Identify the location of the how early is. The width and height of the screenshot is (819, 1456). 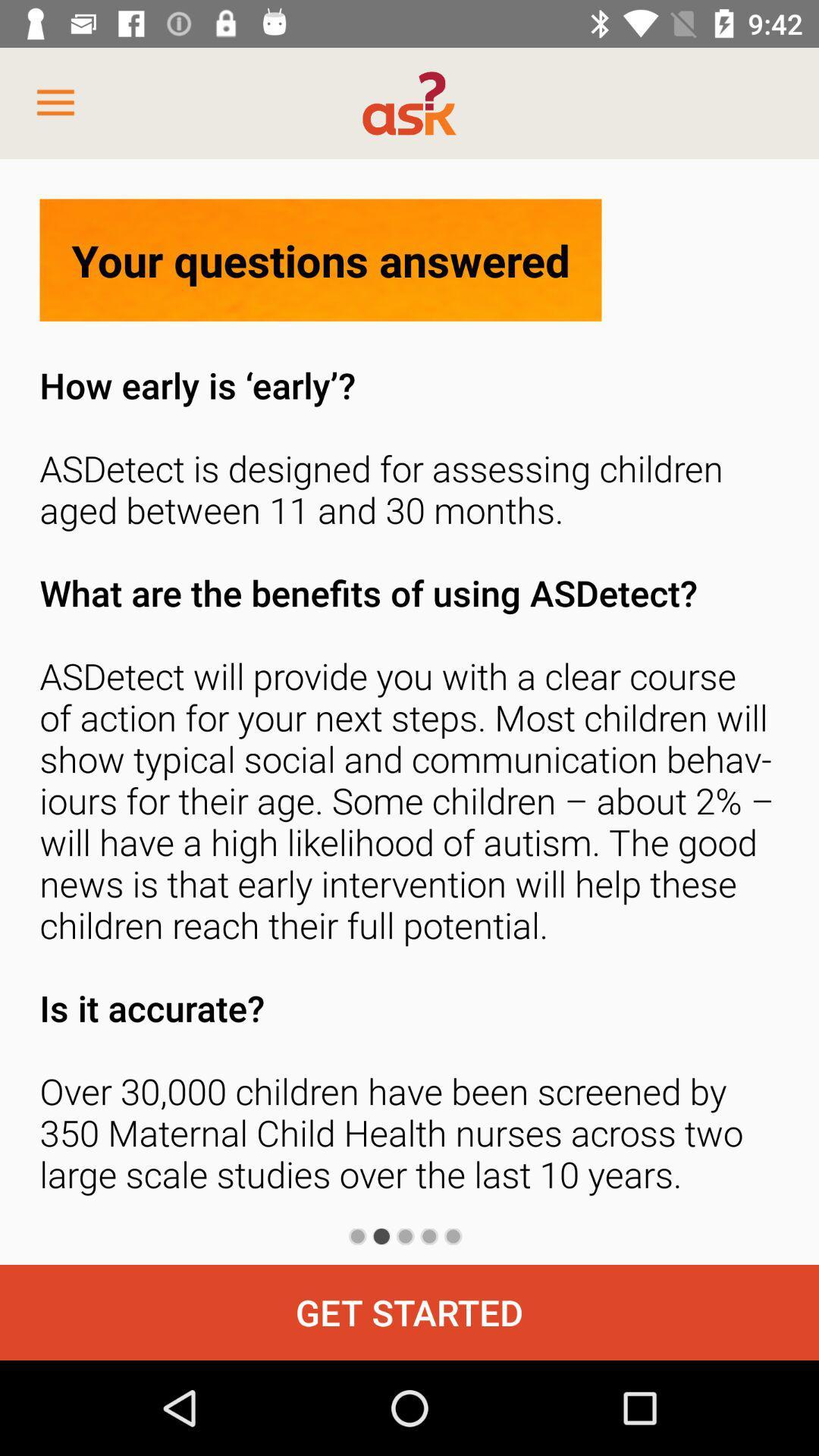
(409, 785).